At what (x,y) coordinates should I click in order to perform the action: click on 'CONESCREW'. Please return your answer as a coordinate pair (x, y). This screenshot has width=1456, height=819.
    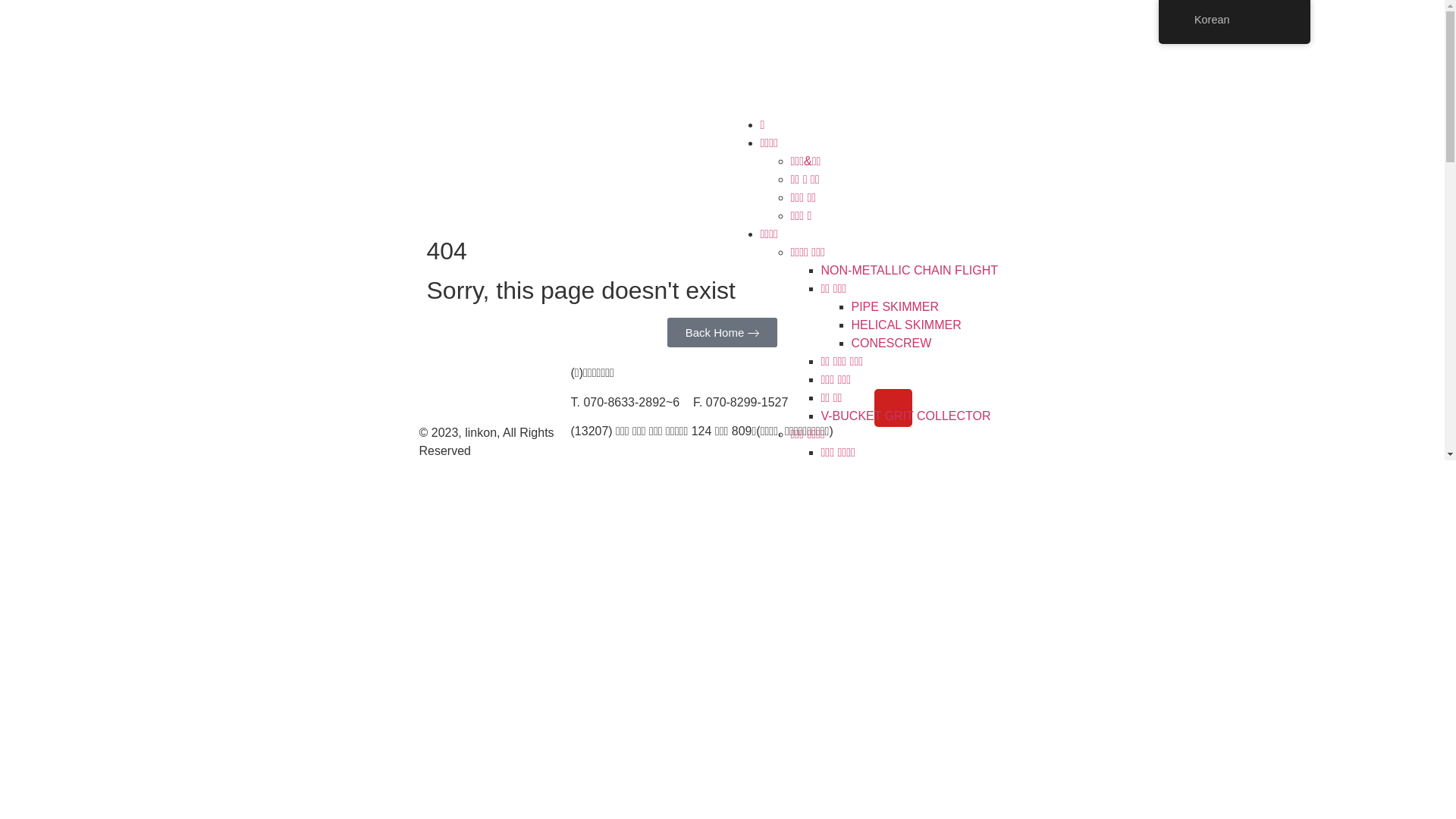
    Looking at the image, I should click on (891, 343).